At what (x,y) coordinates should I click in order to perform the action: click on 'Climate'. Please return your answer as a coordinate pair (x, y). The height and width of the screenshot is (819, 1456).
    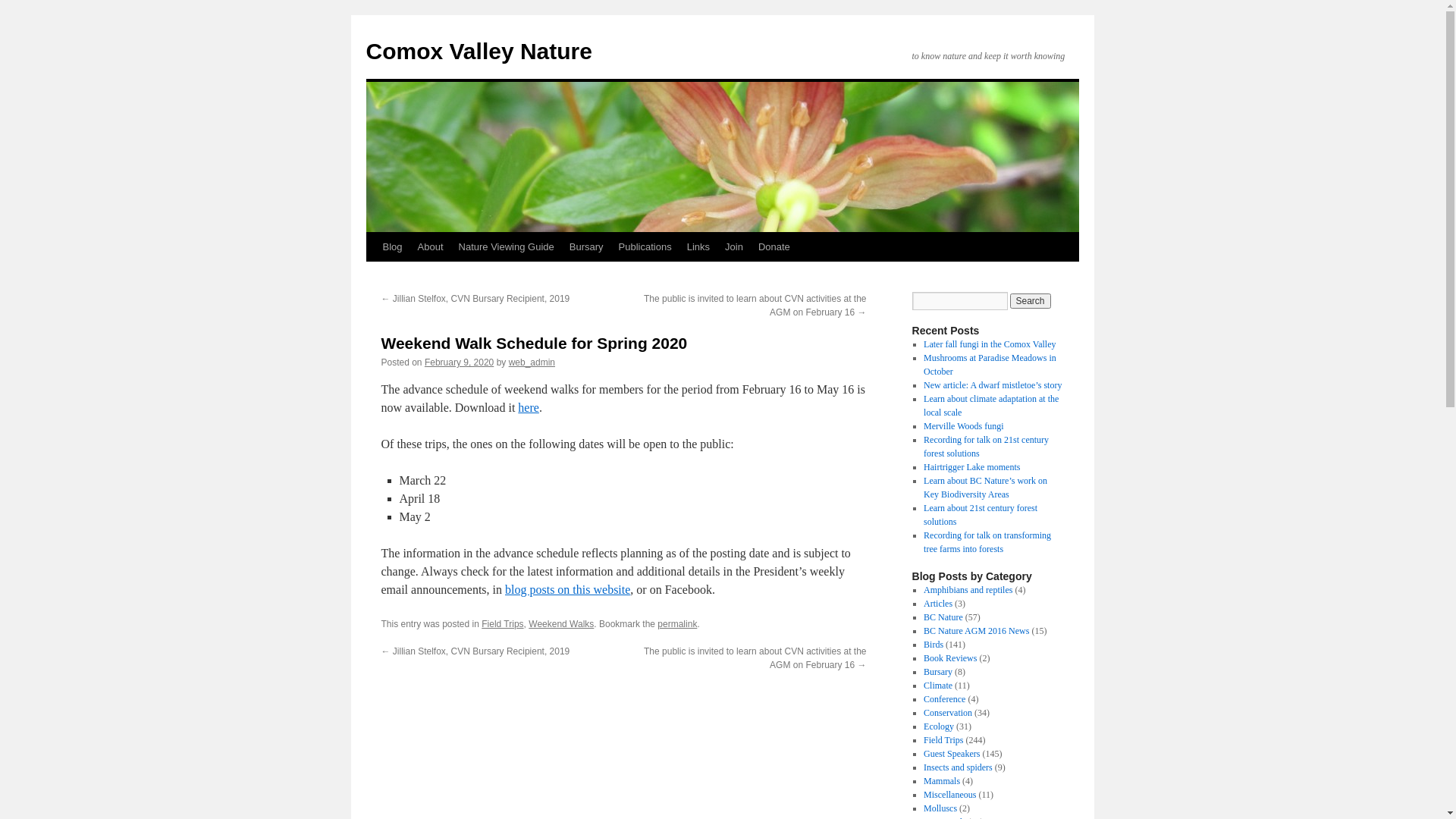
    Looking at the image, I should click on (923, 685).